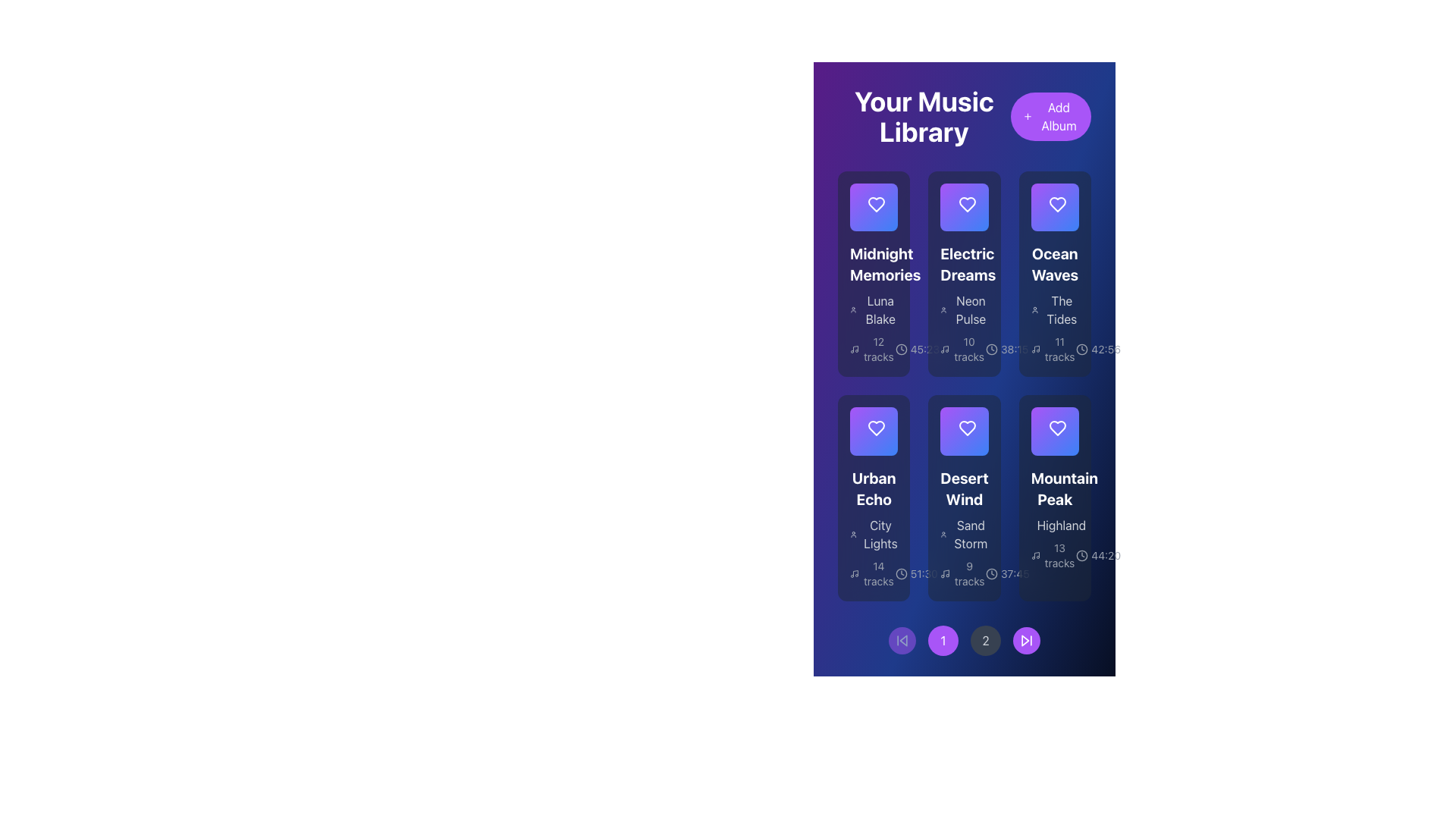 This screenshot has height=819, width=1456. I want to click on the outer circle of the clock icon, which is a decorative component located at the bottom-right of the 'Mountain Peak' album card in the music library application, so click(1081, 555).